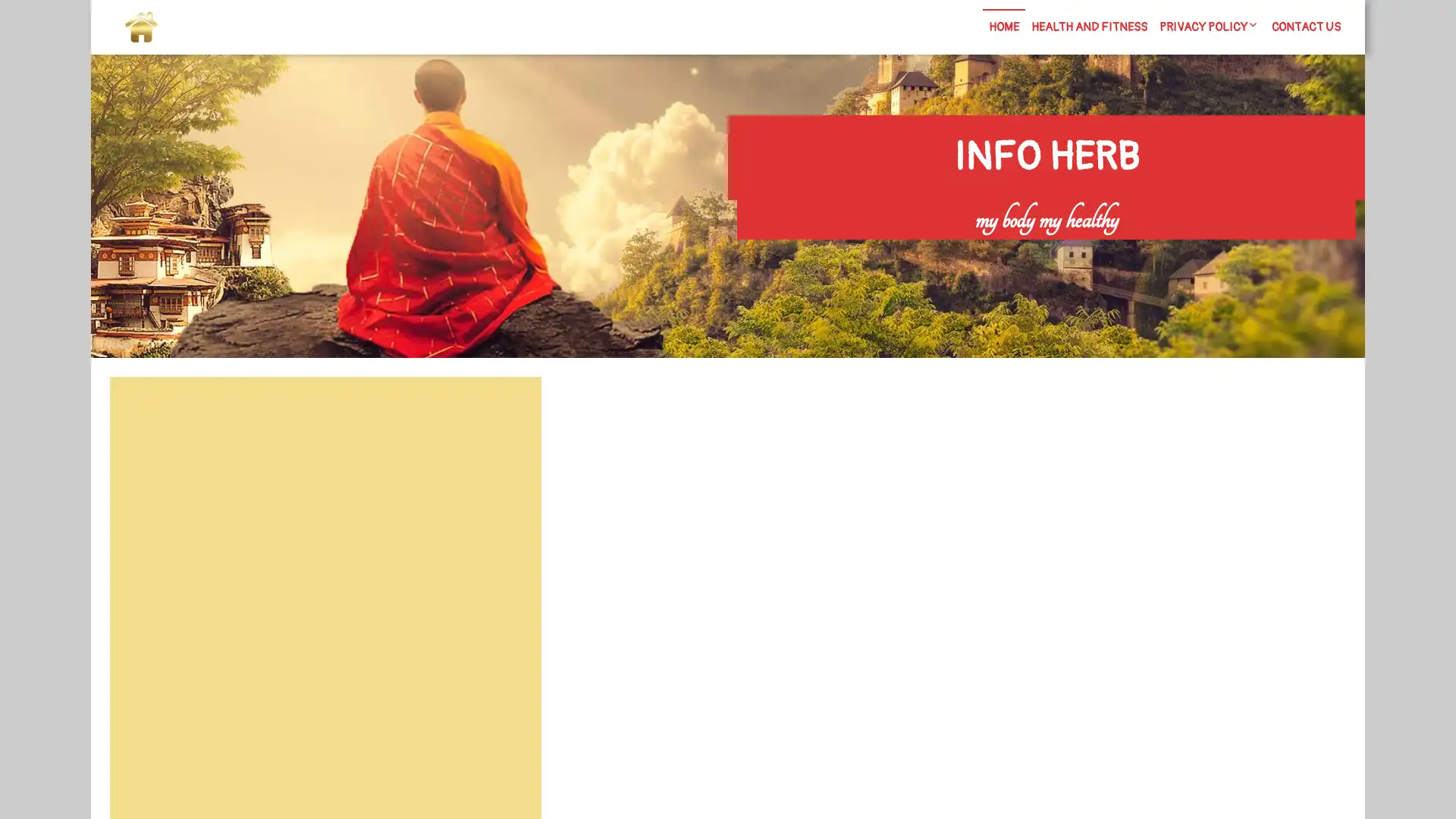 Image resolution: width=1456 pixels, height=819 pixels. I want to click on Search, so click(506, 413).